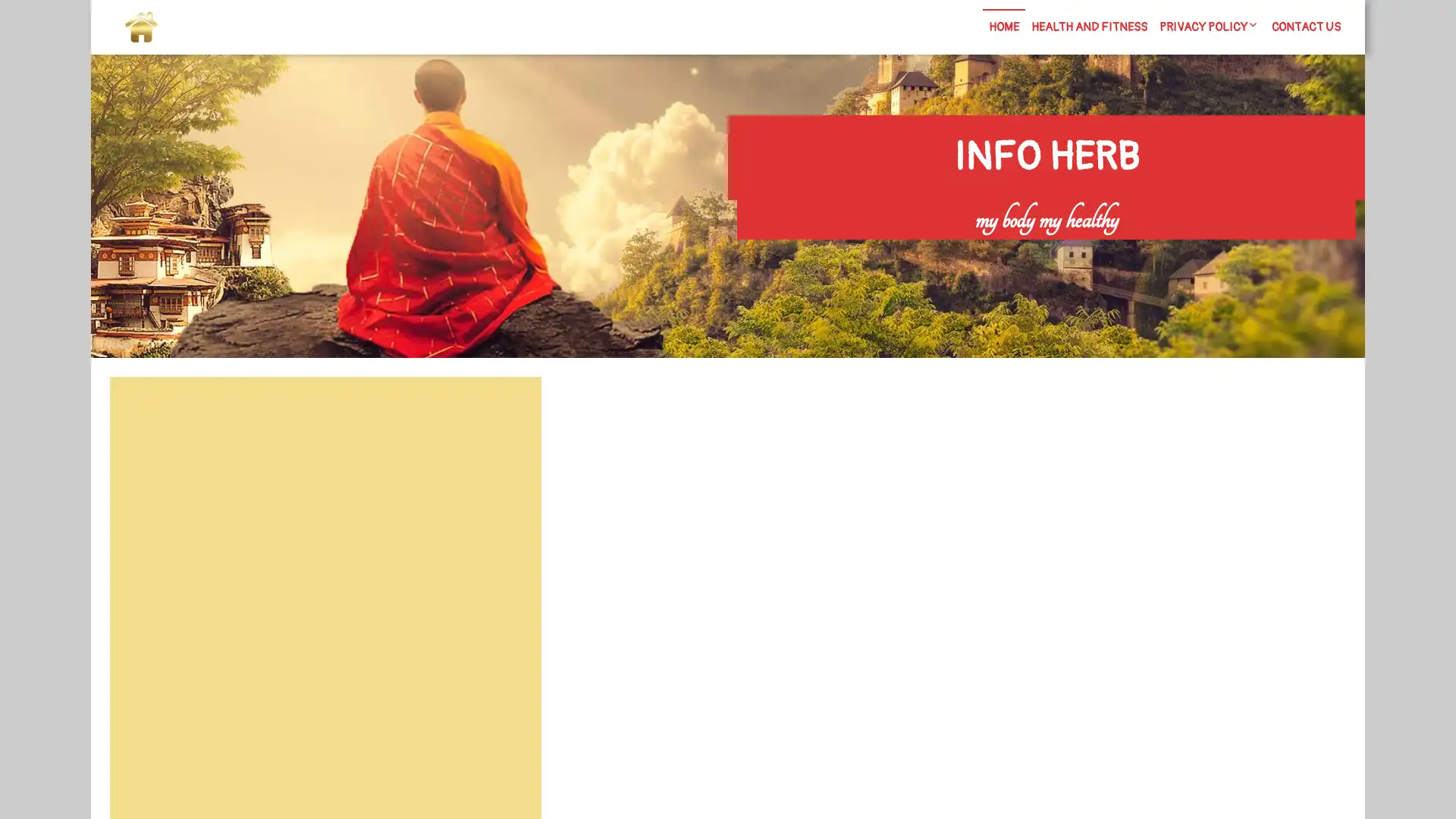 Image resolution: width=1456 pixels, height=819 pixels. I want to click on Search, so click(506, 413).